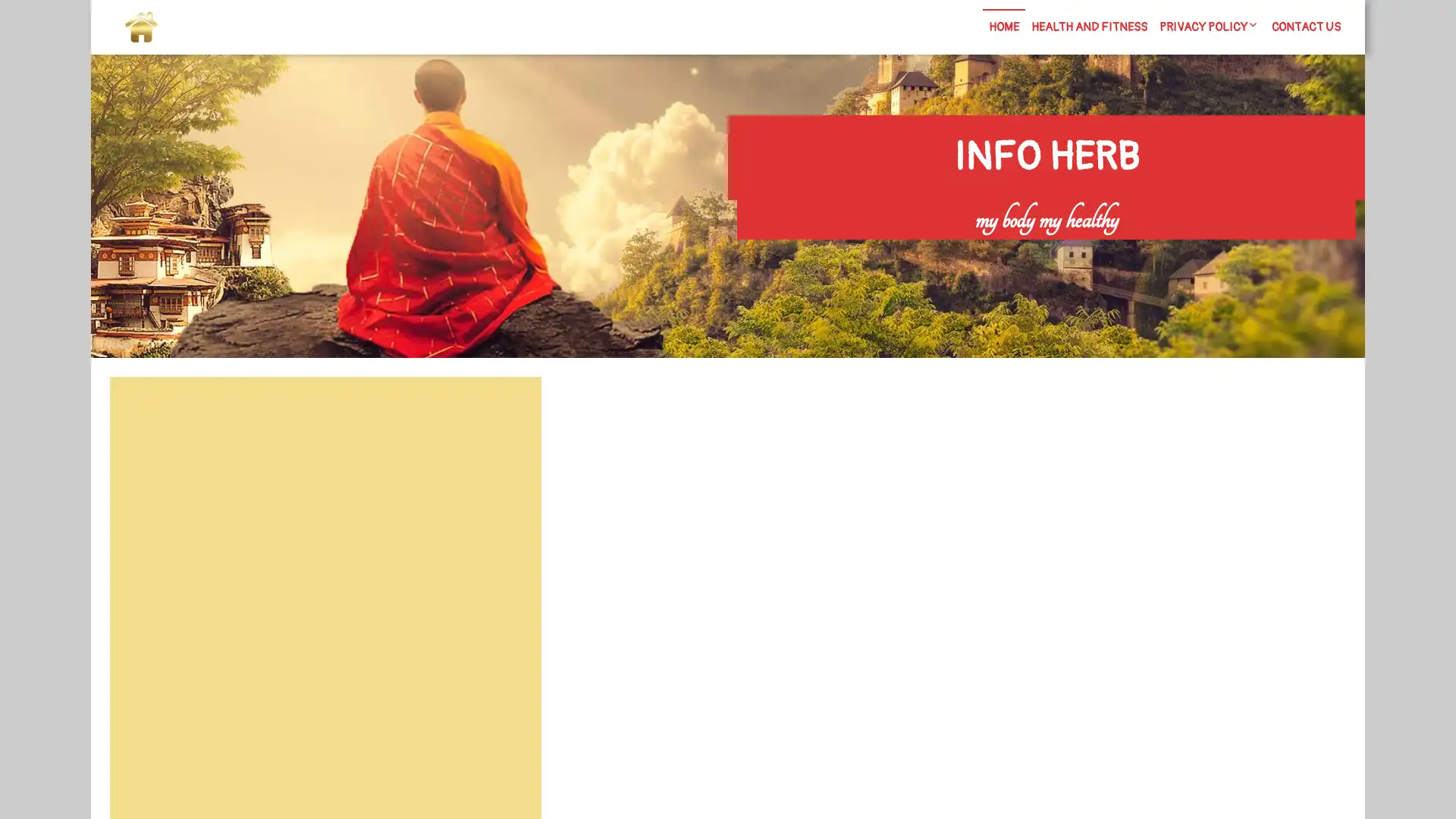 Image resolution: width=1456 pixels, height=819 pixels. I want to click on Search, so click(506, 413).